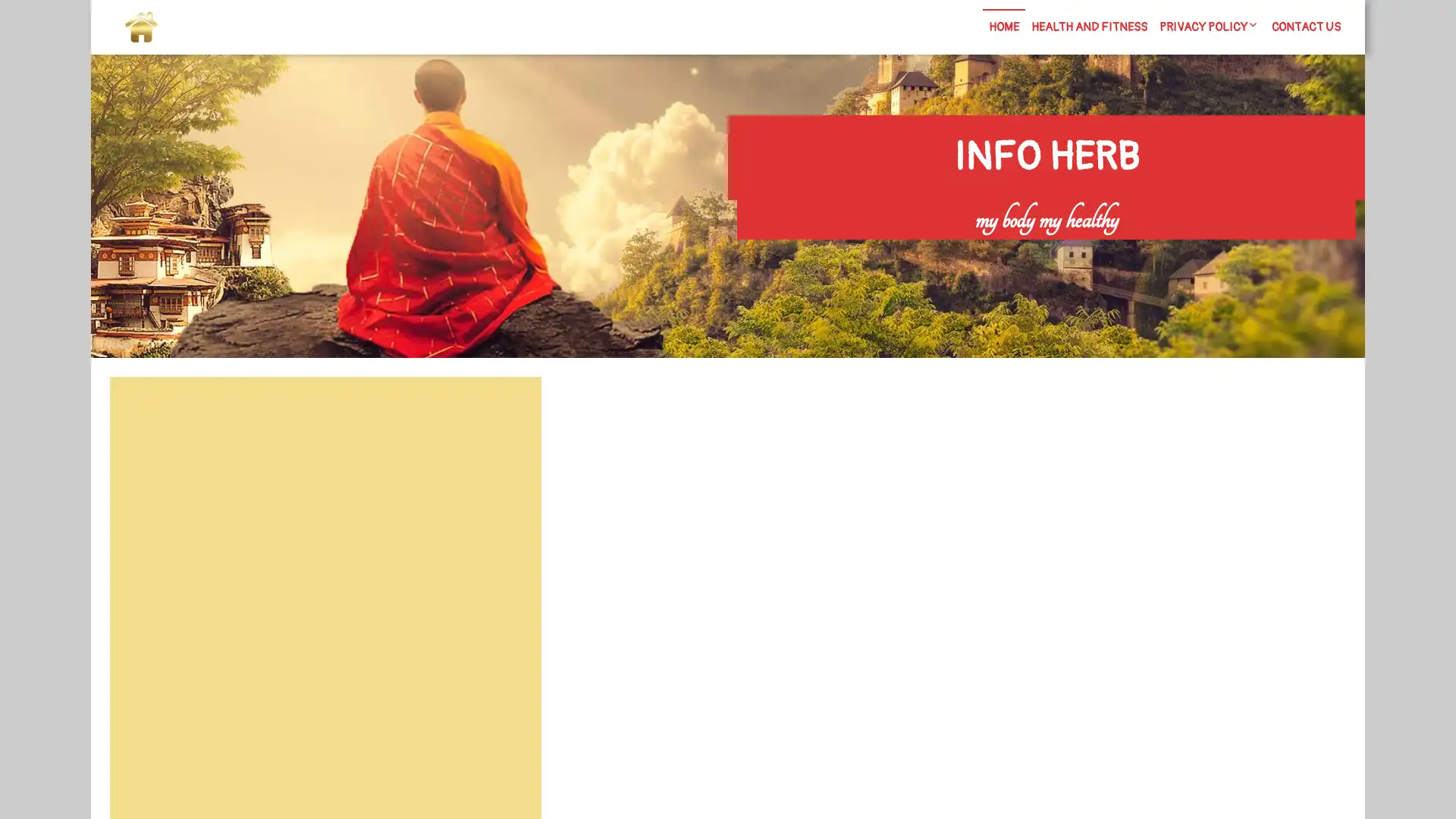 Image resolution: width=1456 pixels, height=819 pixels. I want to click on Search, so click(506, 413).